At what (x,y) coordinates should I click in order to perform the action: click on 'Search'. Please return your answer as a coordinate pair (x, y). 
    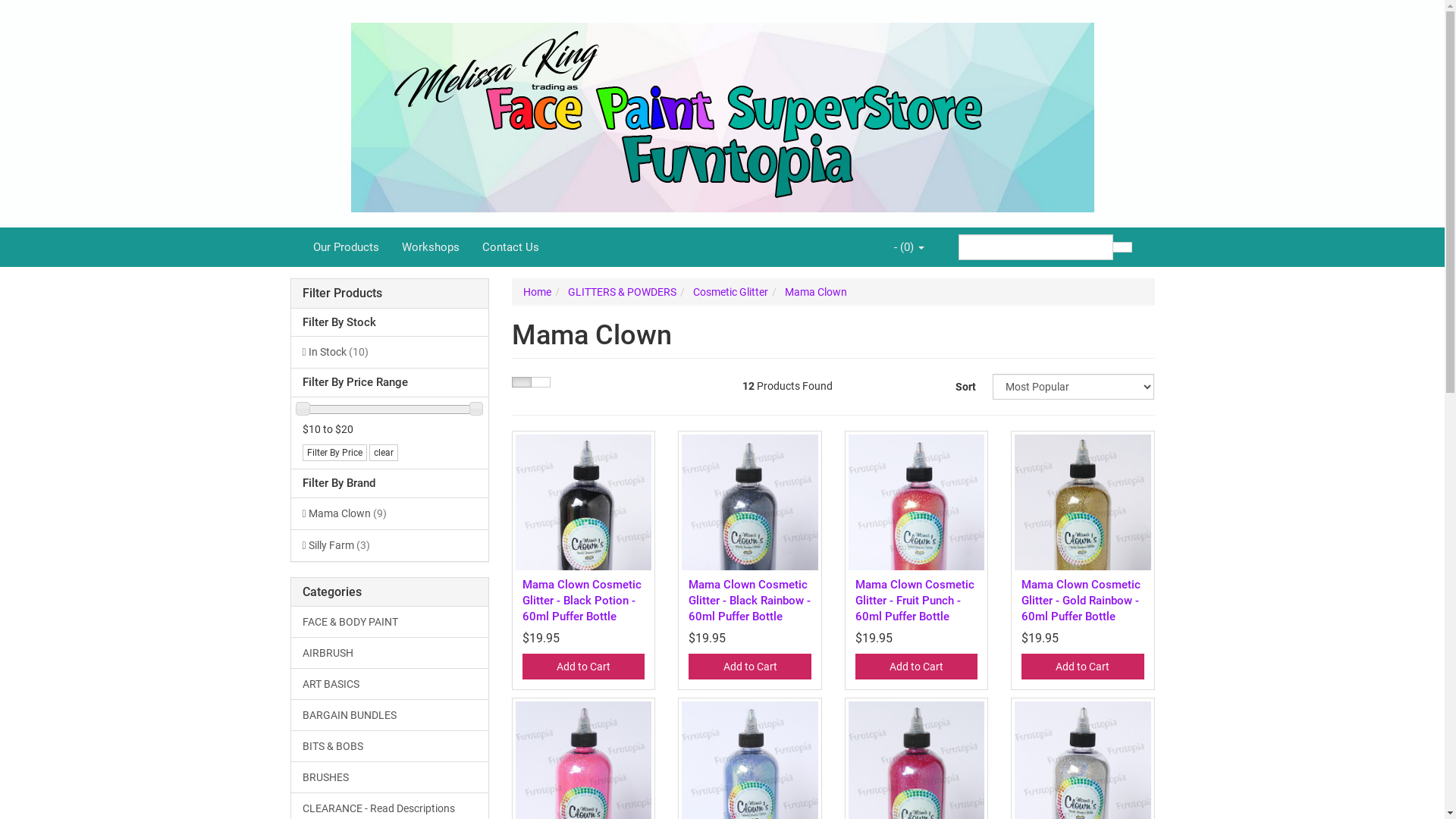
    Looking at the image, I should click on (1121, 246).